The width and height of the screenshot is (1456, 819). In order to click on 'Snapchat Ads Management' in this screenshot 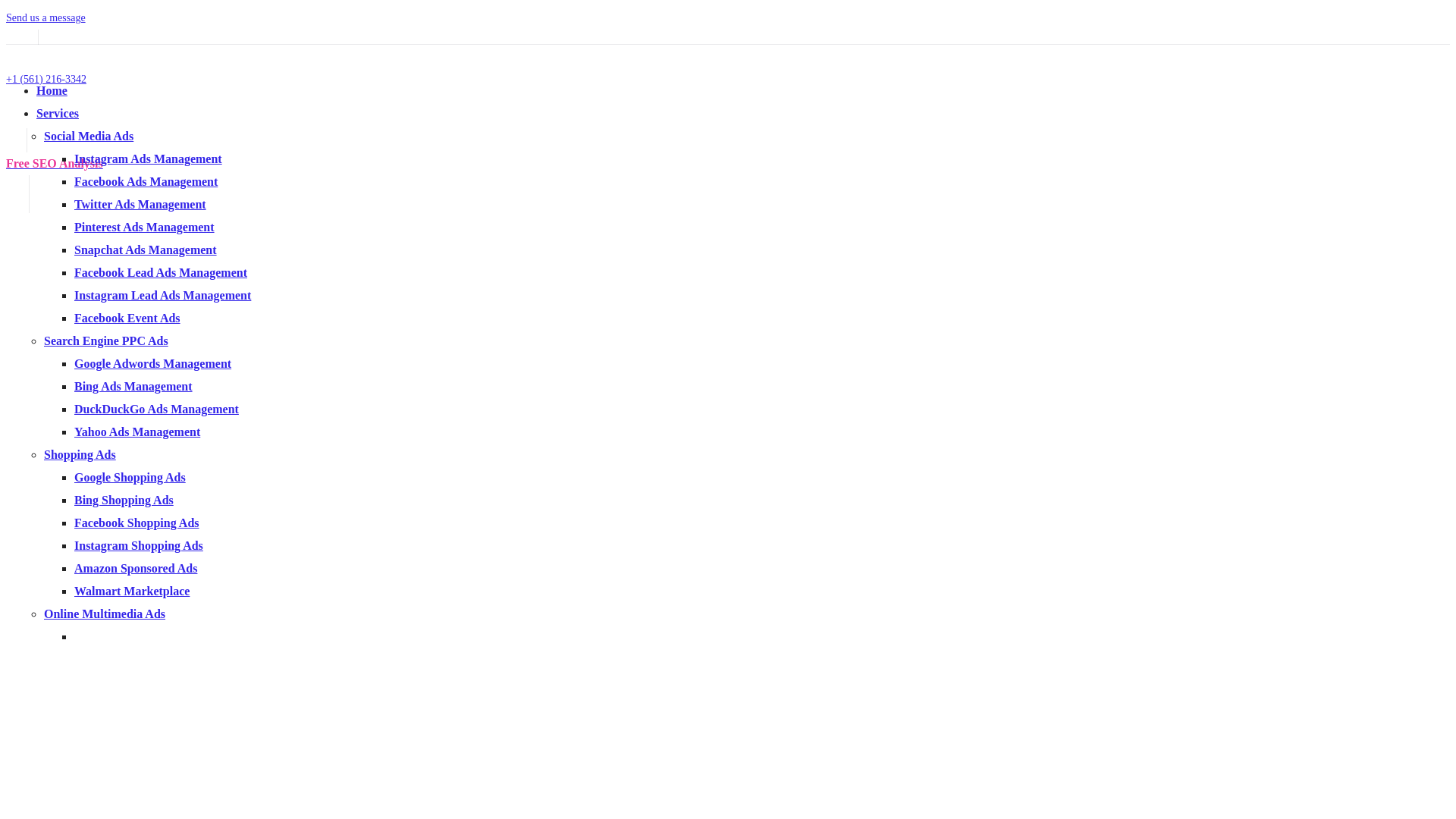, I will do `click(146, 249)`.